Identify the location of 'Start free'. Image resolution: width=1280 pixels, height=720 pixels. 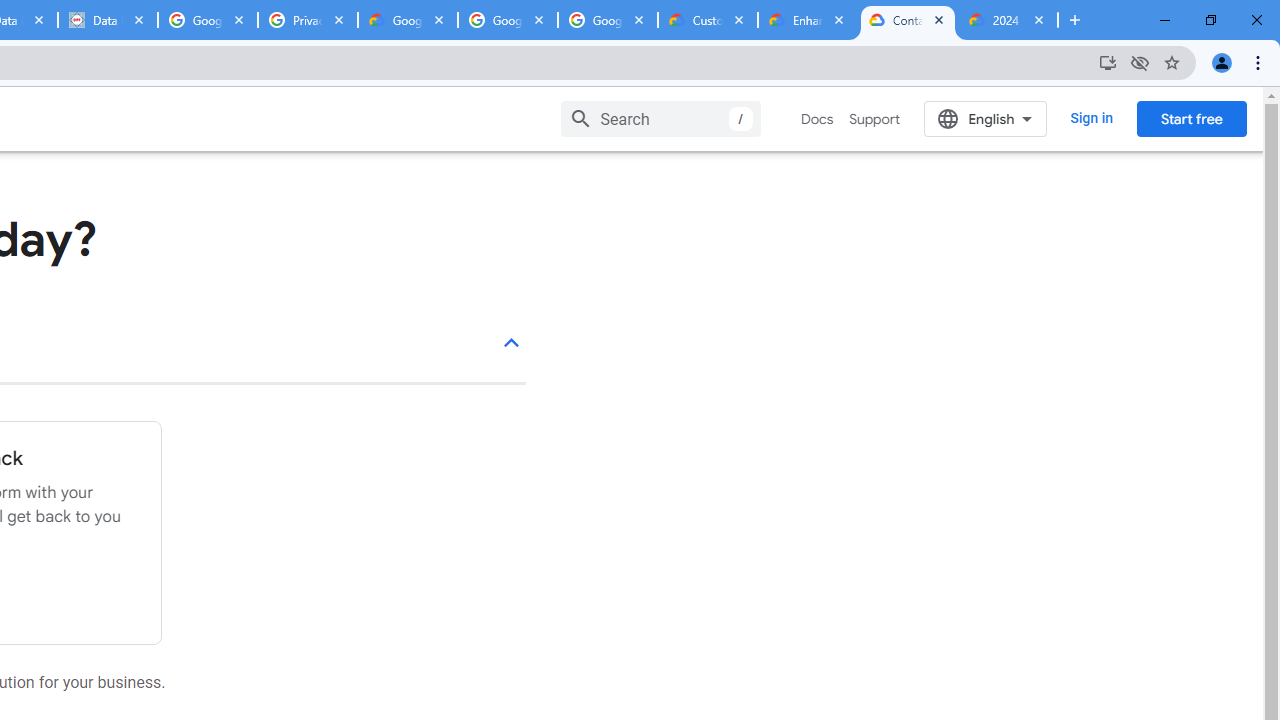
(1191, 118).